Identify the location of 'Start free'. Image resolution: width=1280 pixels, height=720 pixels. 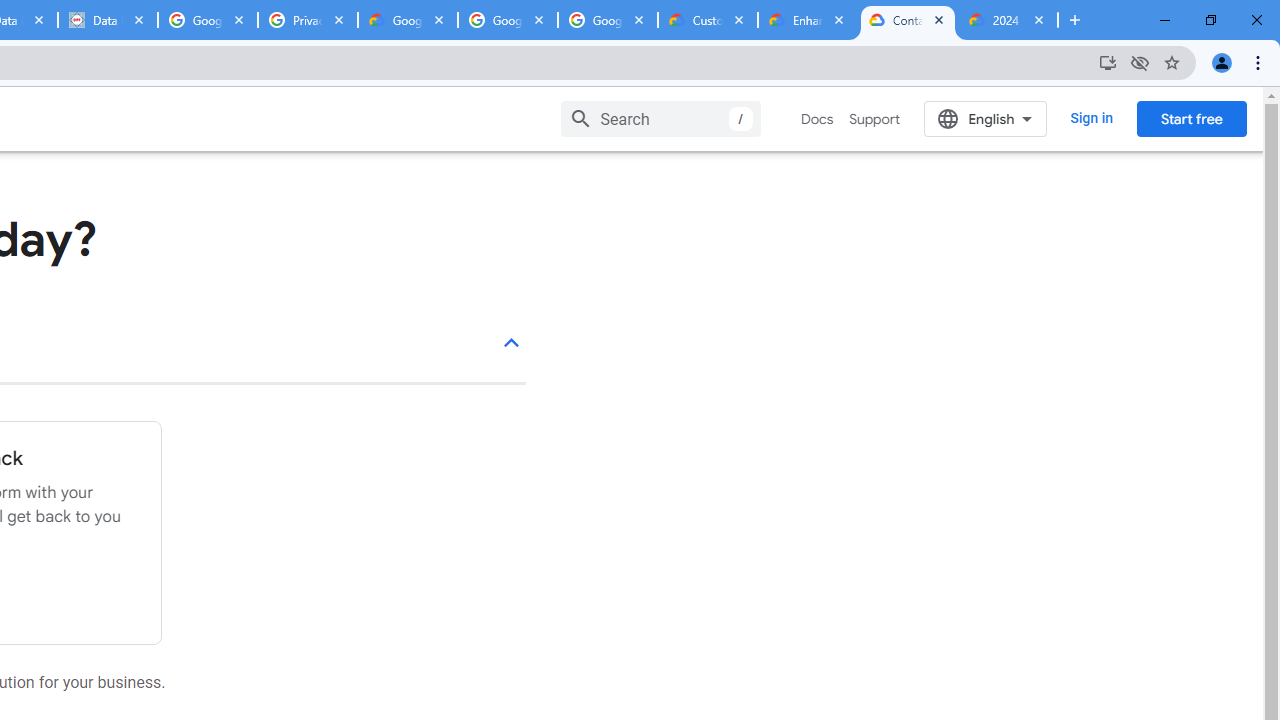
(1191, 118).